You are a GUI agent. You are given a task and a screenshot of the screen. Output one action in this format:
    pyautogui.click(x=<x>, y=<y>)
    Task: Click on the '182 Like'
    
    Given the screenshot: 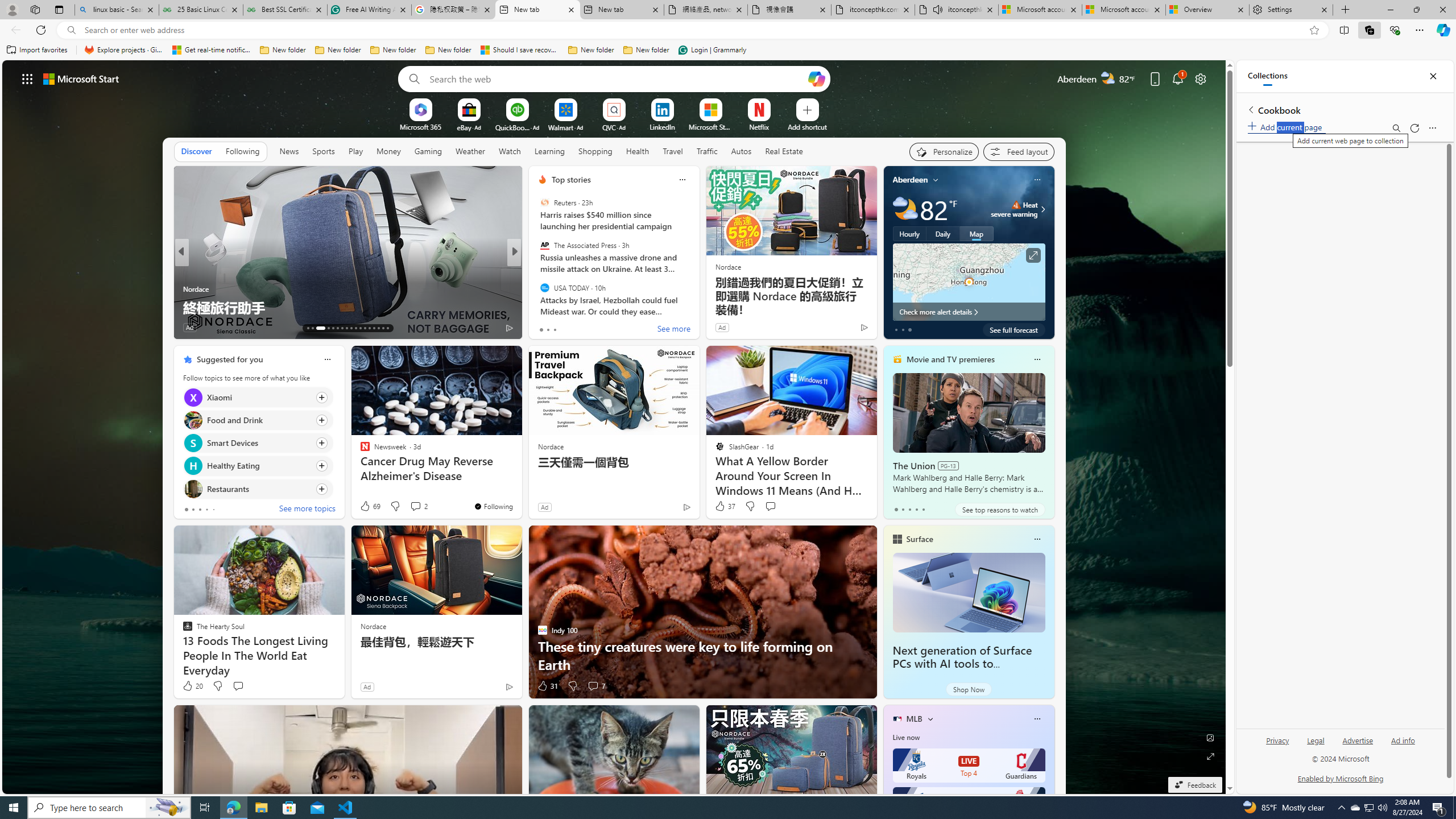 What is the action you would take?
    pyautogui.click(x=544, y=327)
    